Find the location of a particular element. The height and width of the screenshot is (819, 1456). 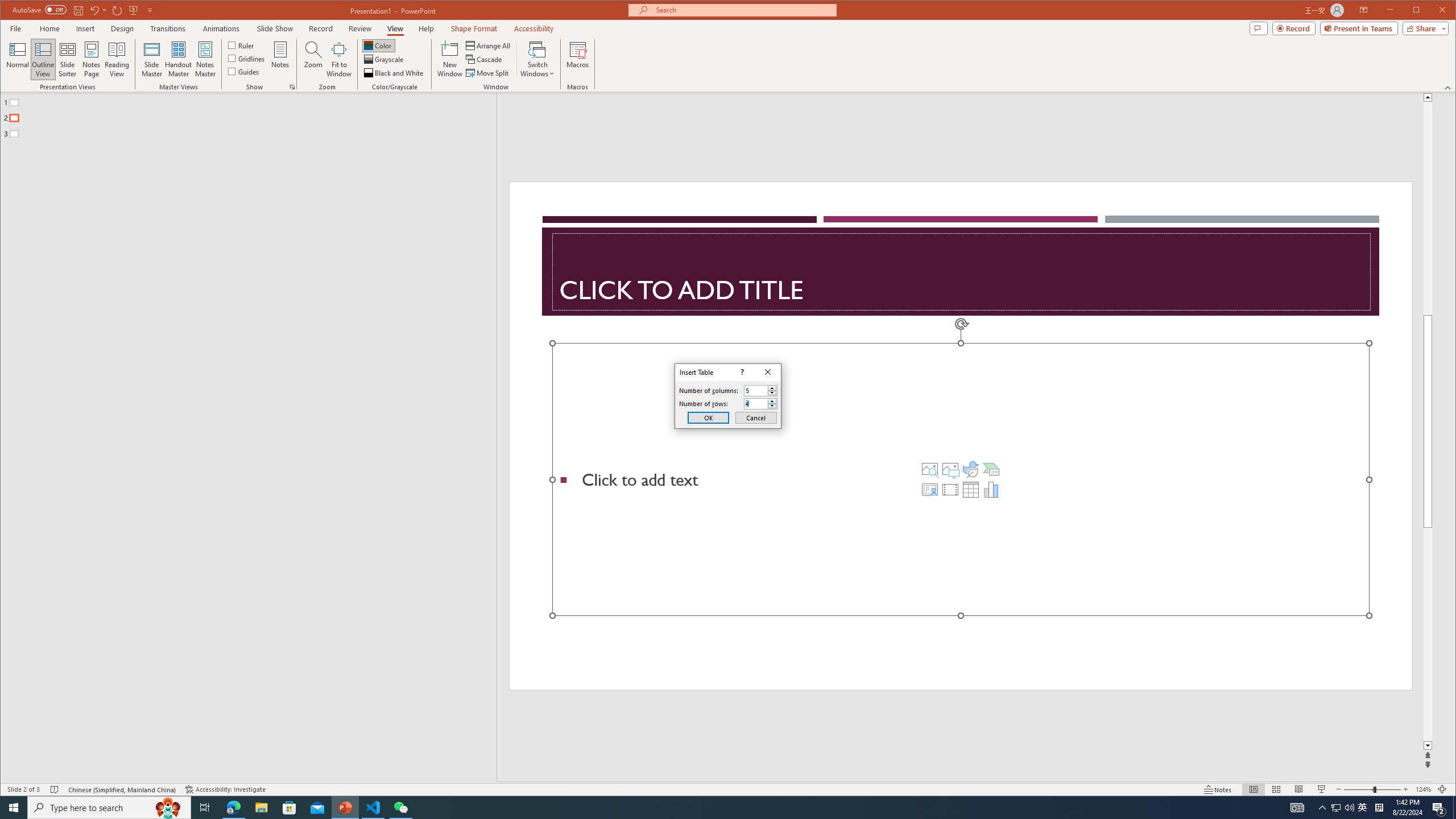

'Notes Master' is located at coordinates (204, 59).